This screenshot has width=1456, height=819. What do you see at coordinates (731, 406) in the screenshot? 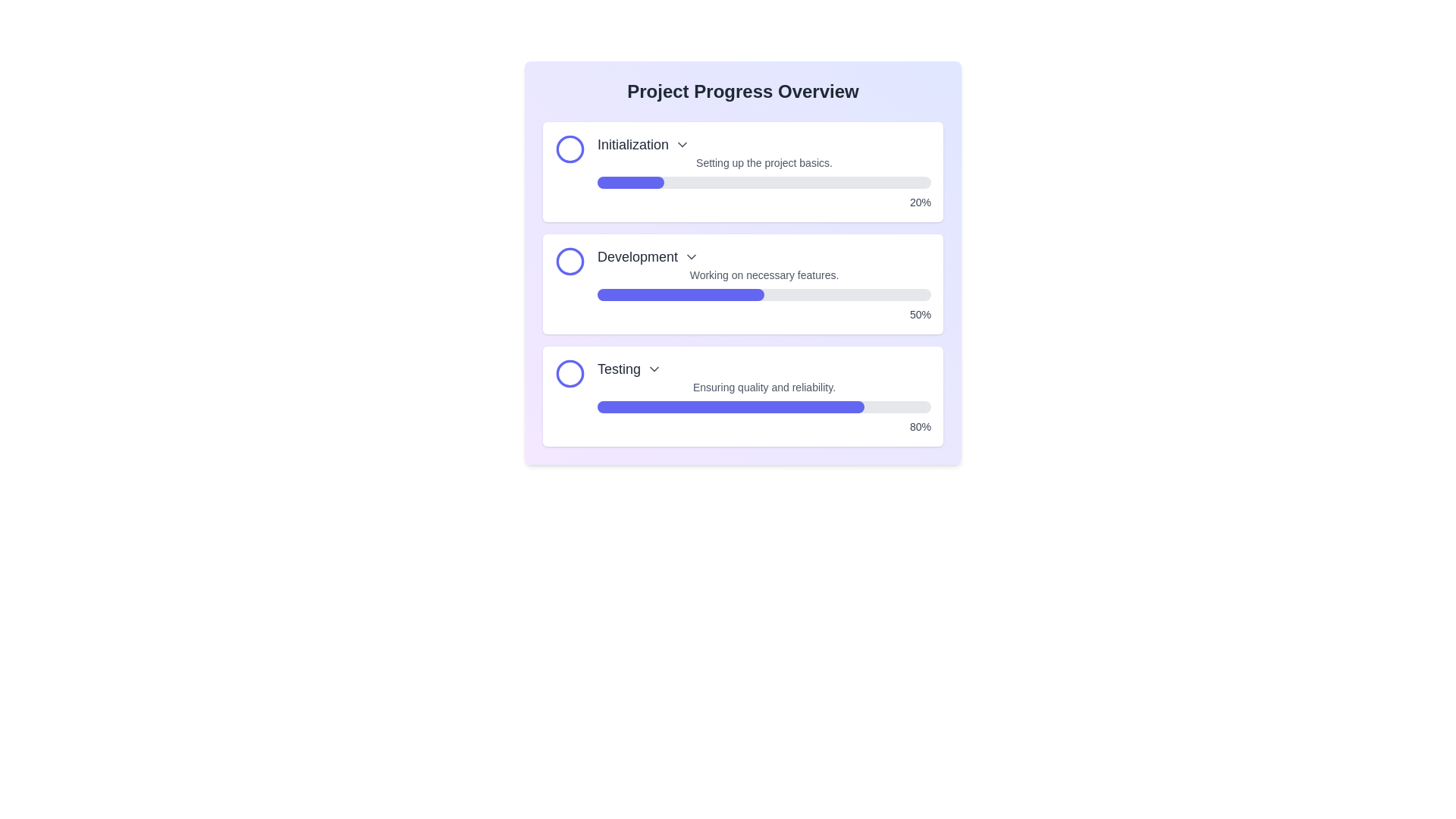
I see `the filled portion of the progress bar indicating 80% completion of the 'Testing' task` at bounding box center [731, 406].